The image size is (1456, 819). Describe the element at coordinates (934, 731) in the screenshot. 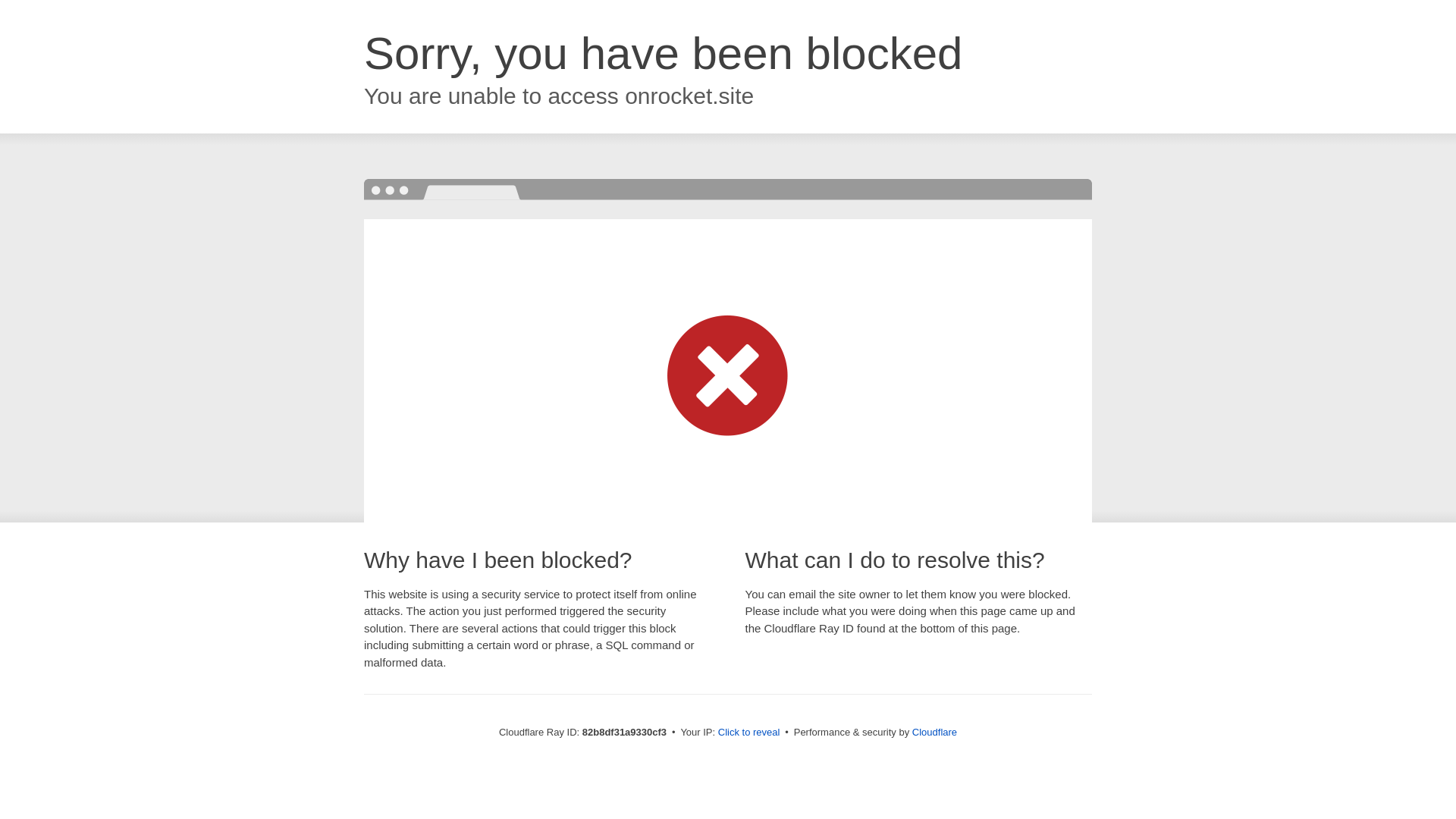

I see `'Cloudflare'` at that location.